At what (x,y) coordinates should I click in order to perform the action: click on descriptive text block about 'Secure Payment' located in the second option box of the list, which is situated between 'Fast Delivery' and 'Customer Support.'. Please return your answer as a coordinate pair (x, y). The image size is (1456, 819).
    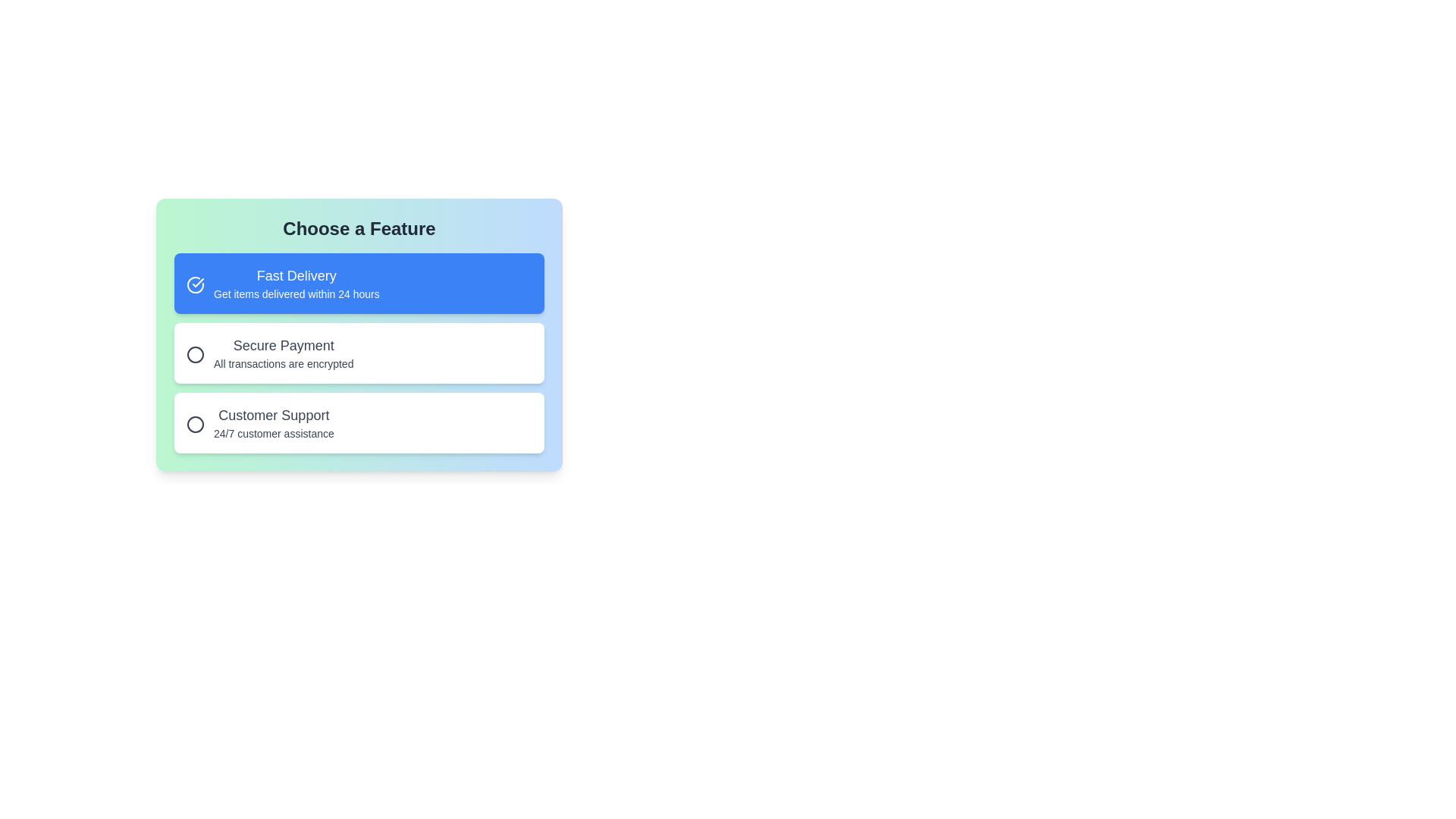
    Looking at the image, I should click on (284, 353).